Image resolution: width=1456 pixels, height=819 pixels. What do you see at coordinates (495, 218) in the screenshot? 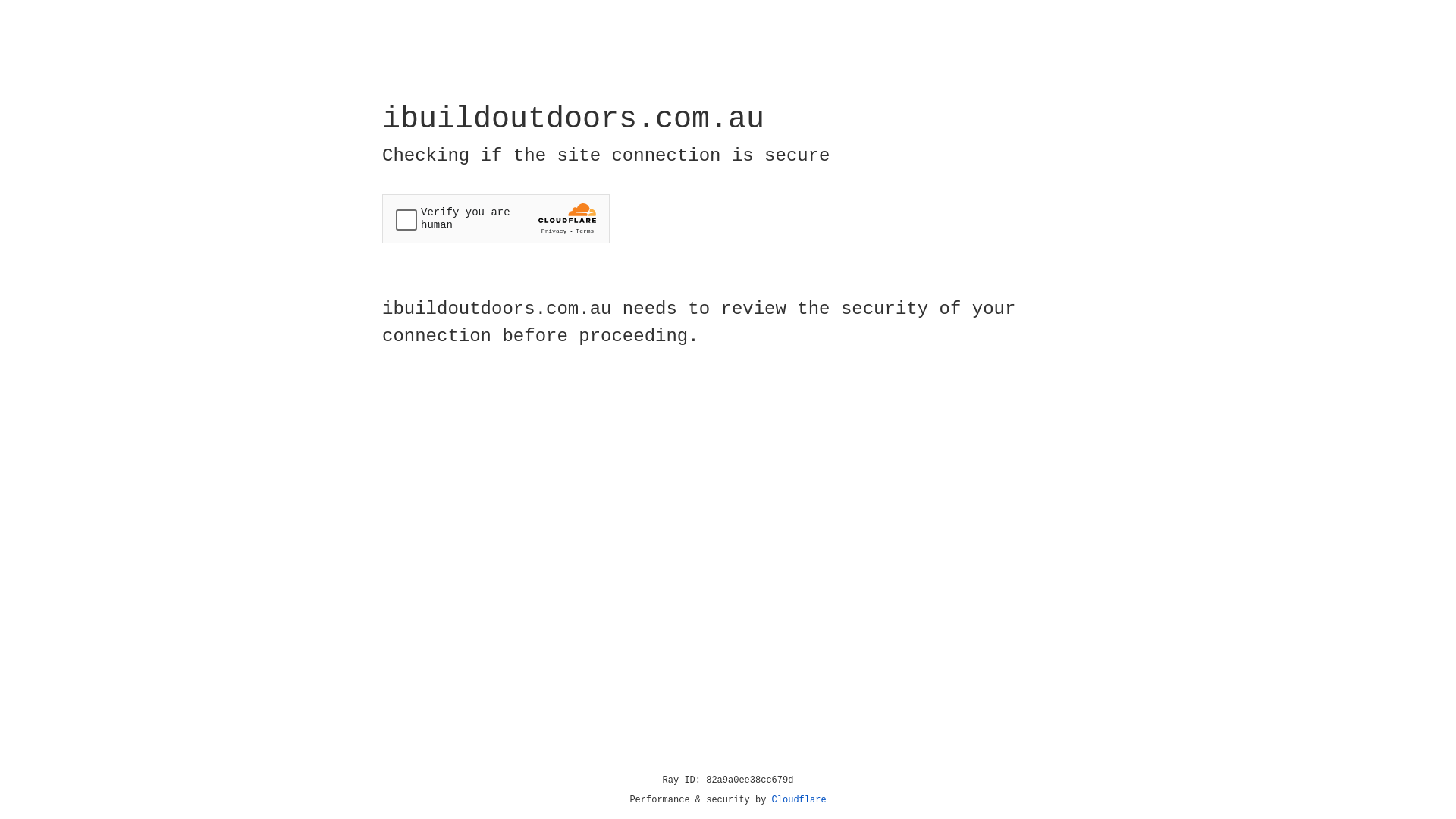
I see `'Widget containing a Cloudflare security challenge'` at bounding box center [495, 218].